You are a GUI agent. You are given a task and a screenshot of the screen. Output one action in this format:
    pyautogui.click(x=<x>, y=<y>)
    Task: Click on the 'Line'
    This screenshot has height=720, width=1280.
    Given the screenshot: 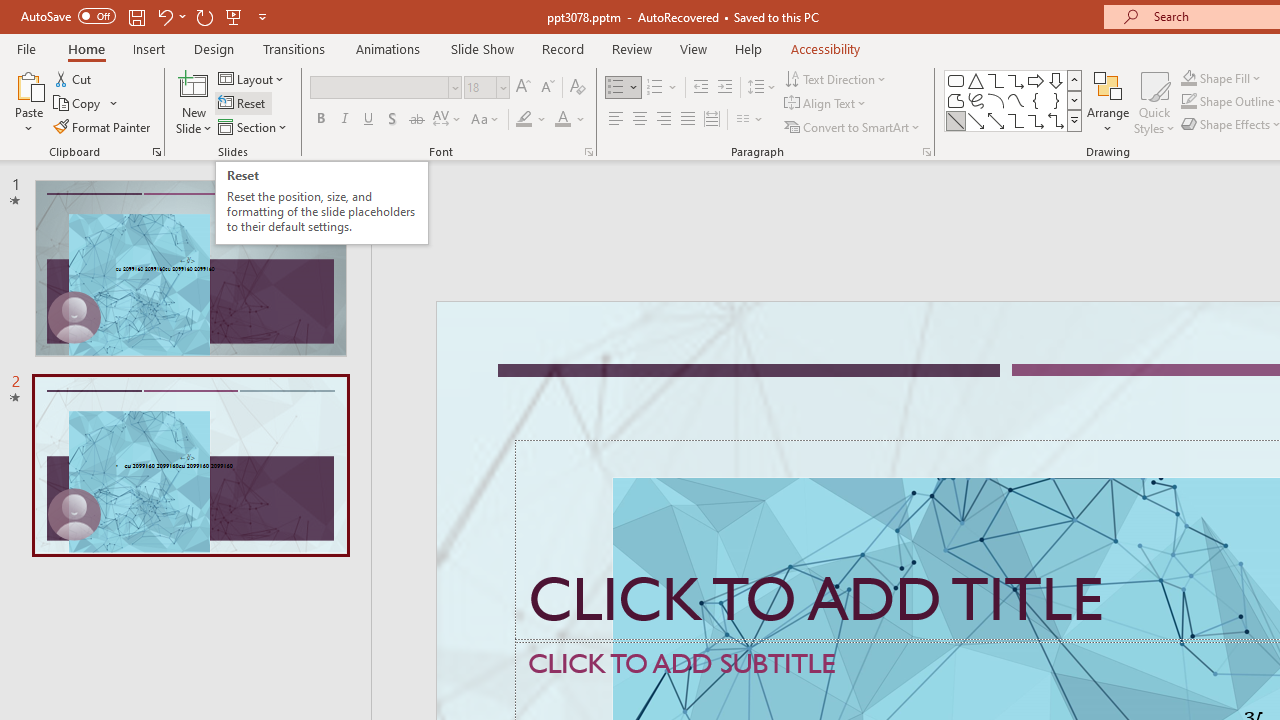 What is the action you would take?
    pyautogui.click(x=955, y=120)
    